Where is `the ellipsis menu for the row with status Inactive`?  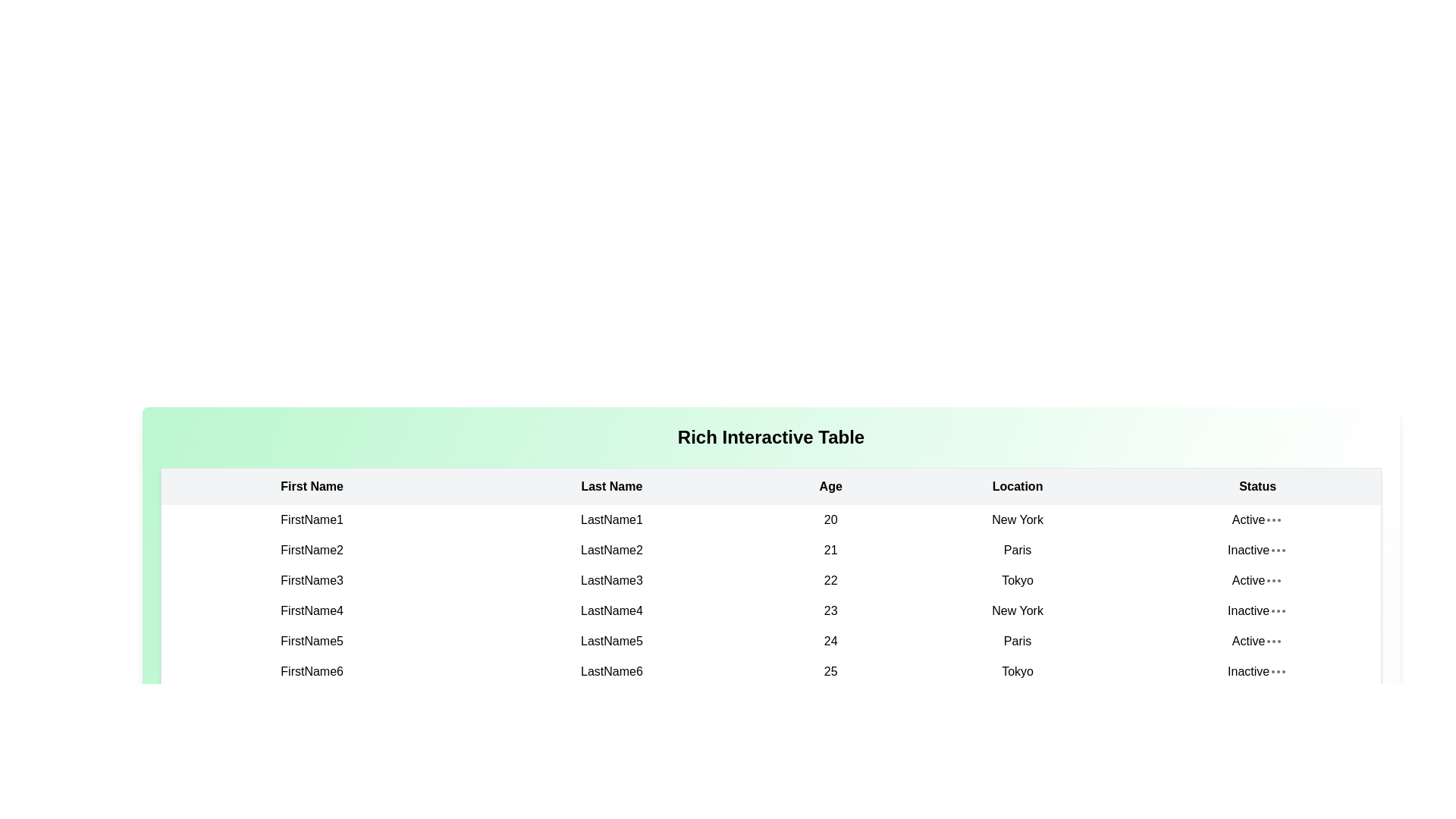 the ellipsis menu for the row with status Inactive is located at coordinates (1277, 550).